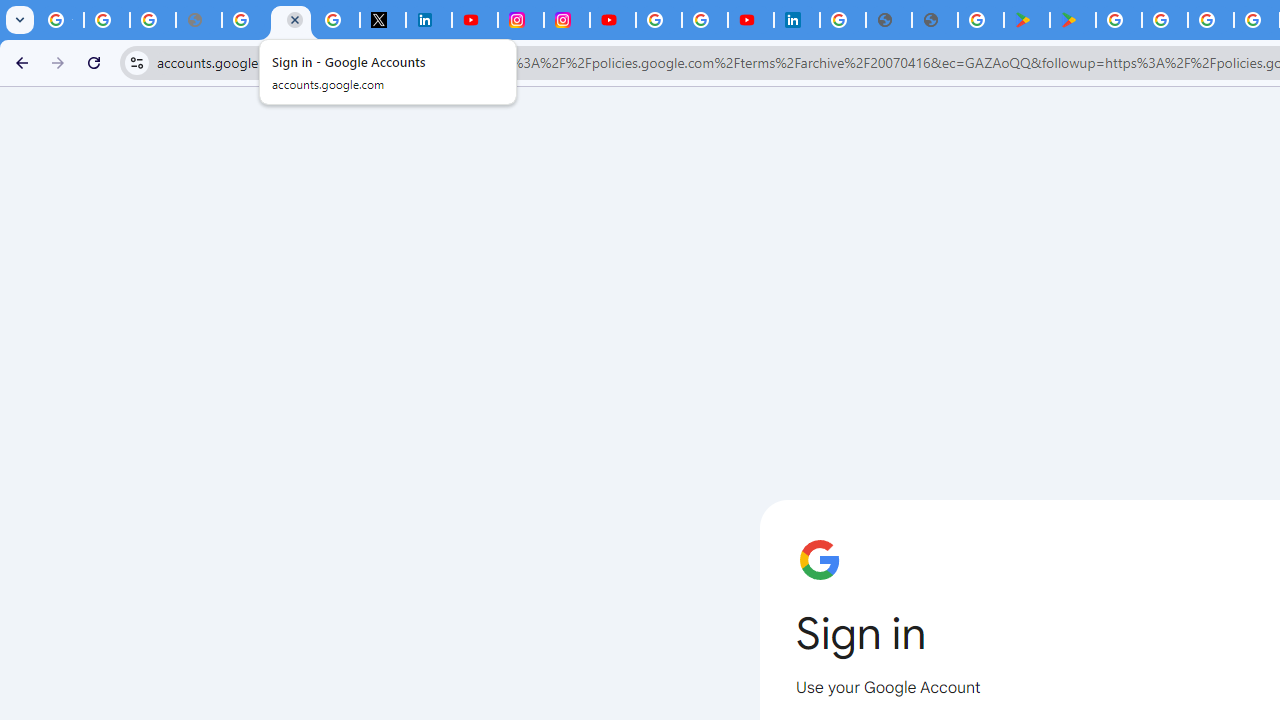 This screenshot has height=720, width=1280. I want to click on 'Android Apps on Google Play', so click(1026, 20).